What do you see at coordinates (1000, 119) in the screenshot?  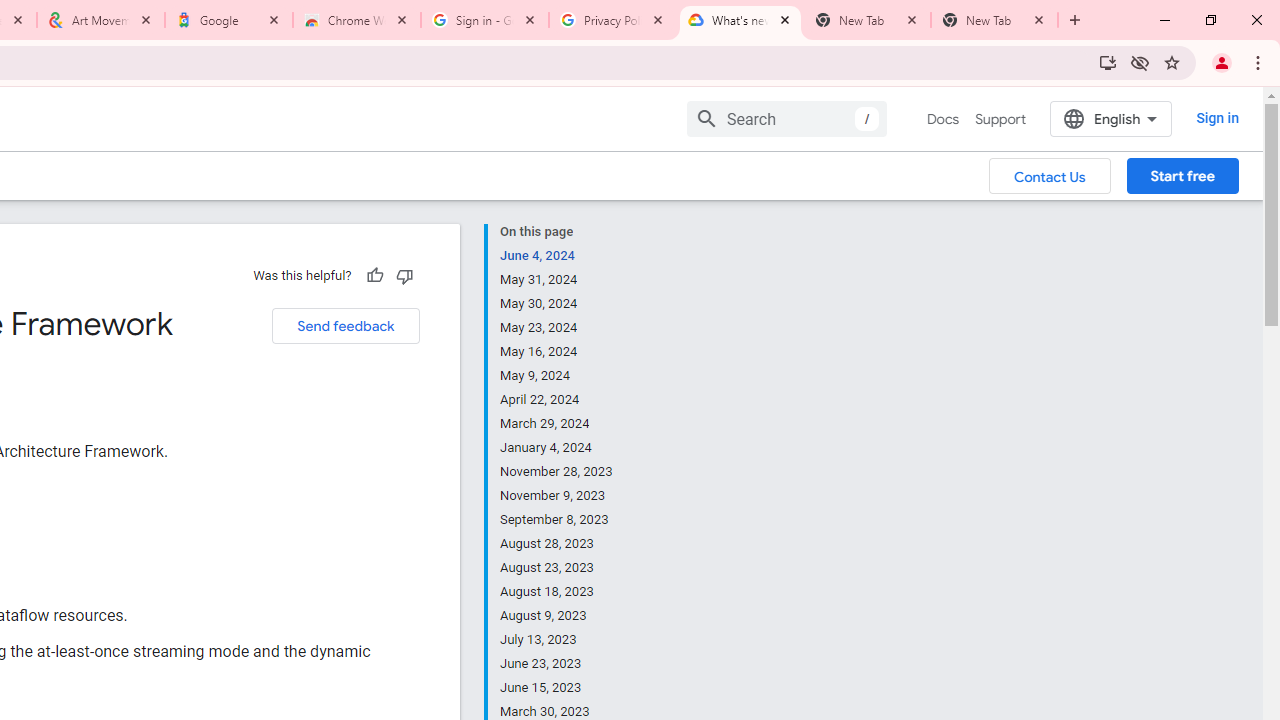 I see `'Support'` at bounding box center [1000, 119].